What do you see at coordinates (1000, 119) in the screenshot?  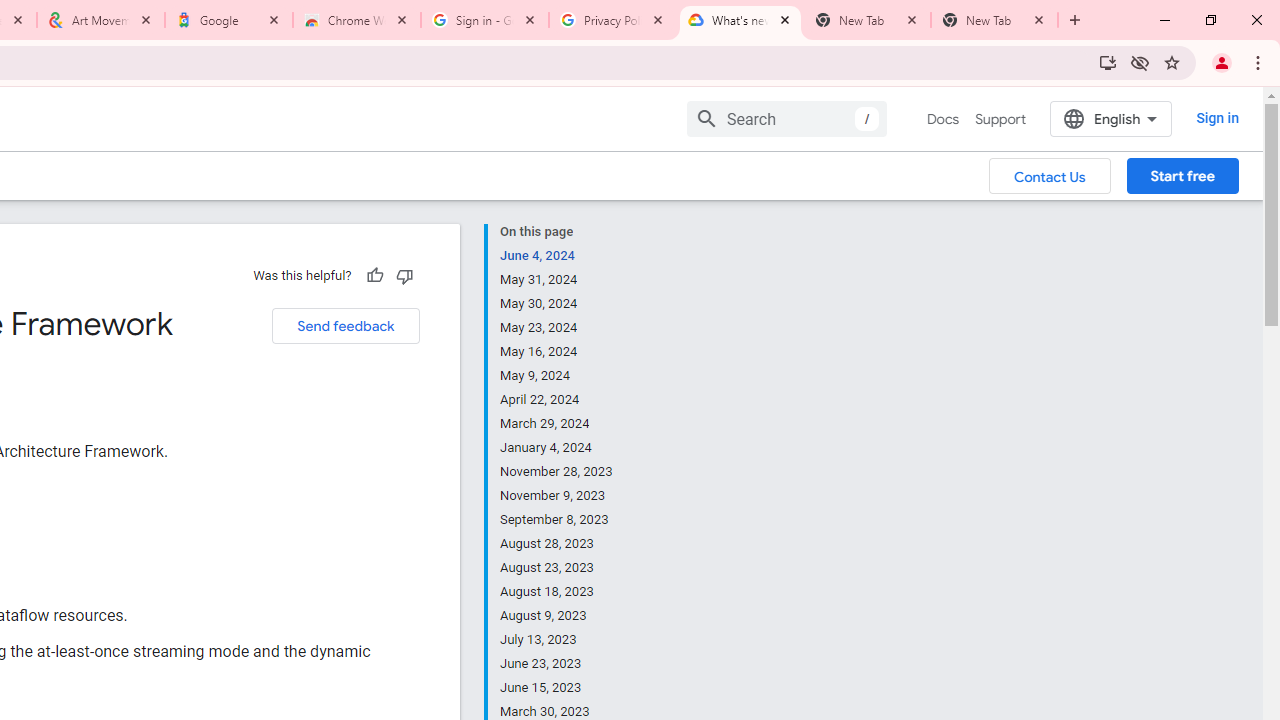 I see `'Support'` at bounding box center [1000, 119].